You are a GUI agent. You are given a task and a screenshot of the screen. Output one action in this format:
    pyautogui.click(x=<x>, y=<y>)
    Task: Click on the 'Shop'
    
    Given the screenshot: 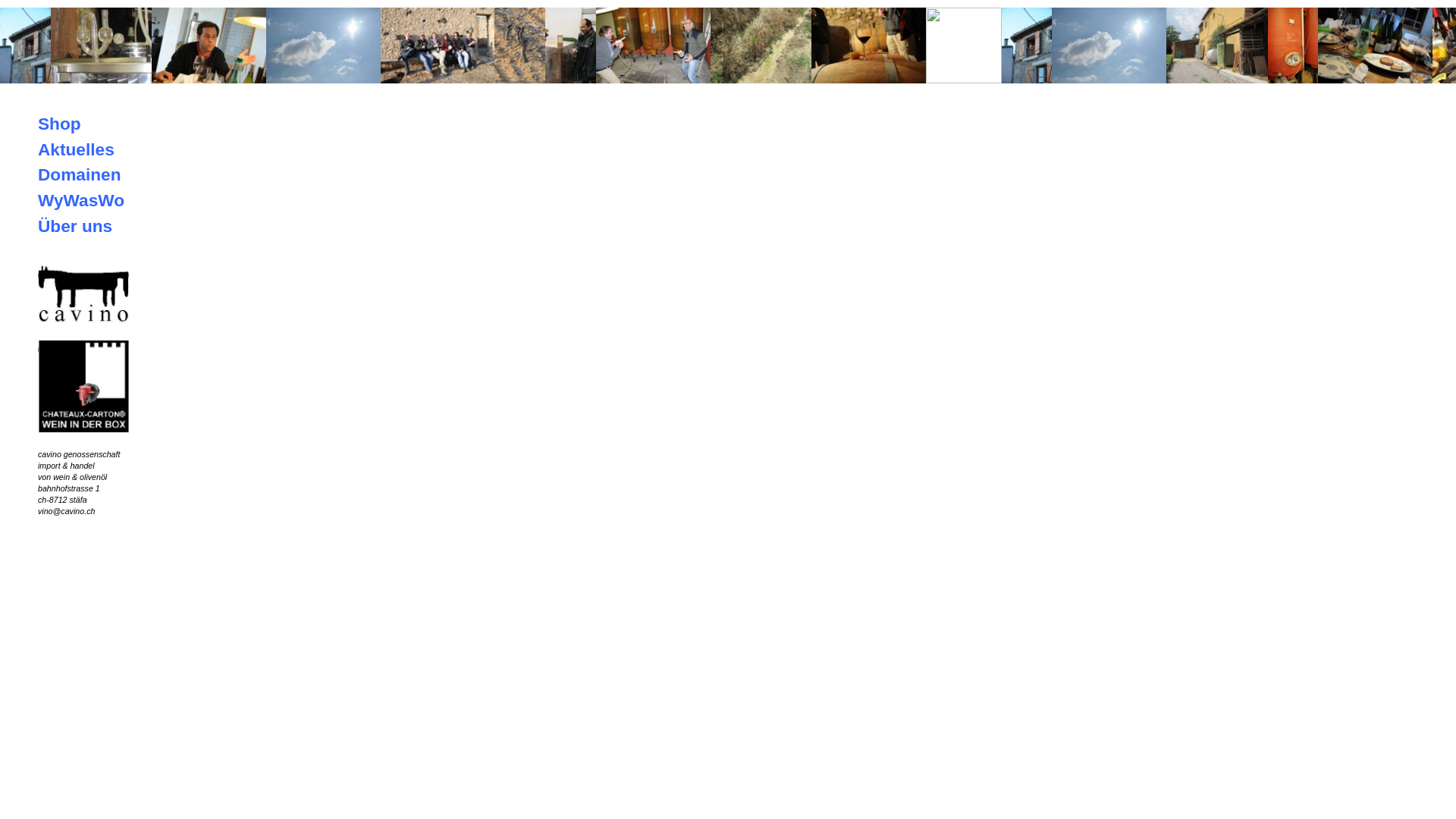 What is the action you would take?
    pyautogui.click(x=59, y=122)
    